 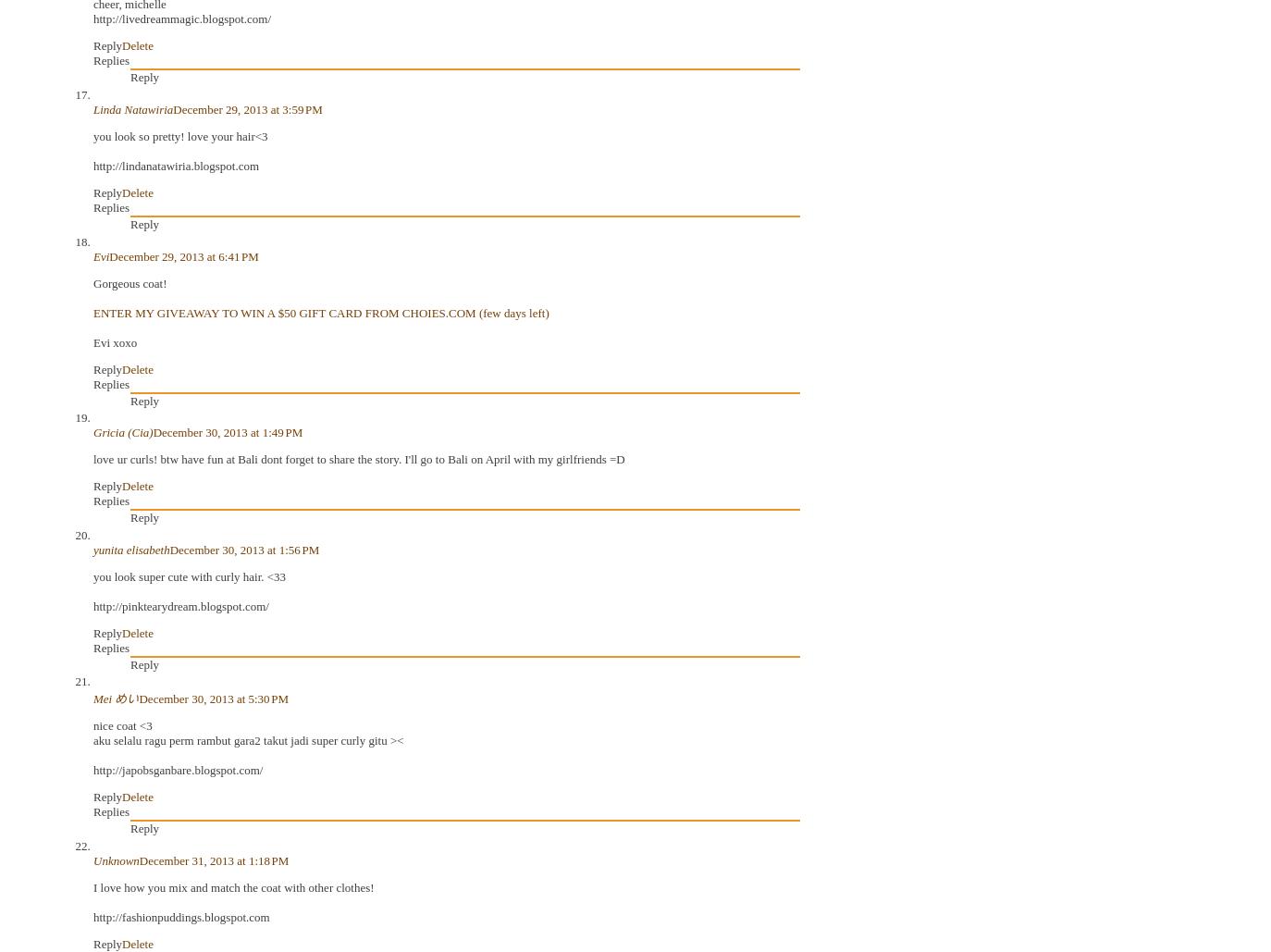 What do you see at coordinates (226, 432) in the screenshot?
I see `'December 30, 2013 at 1:49 PM'` at bounding box center [226, 432].